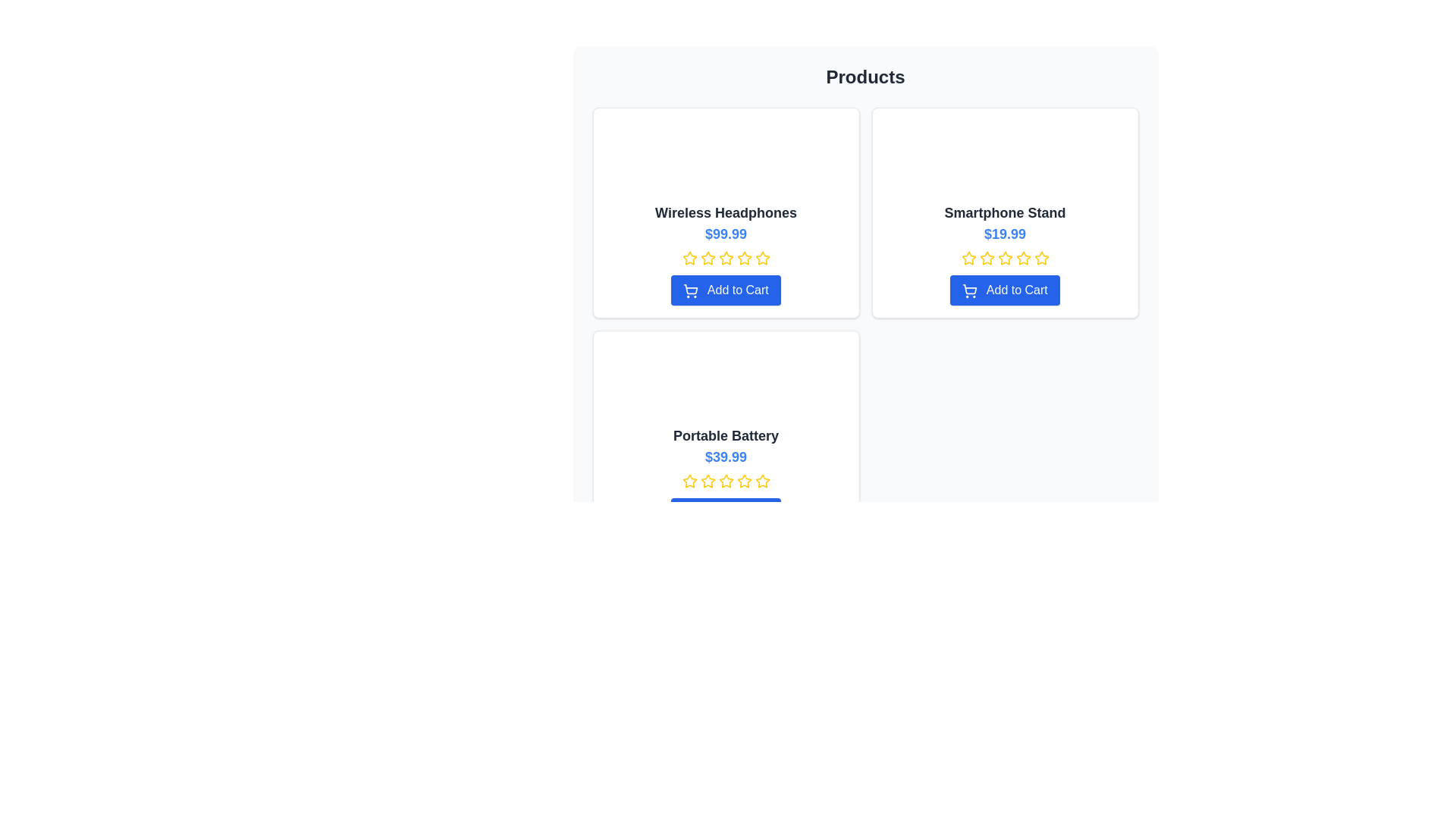 Image resolution: width=1456 pixels, height=819 pixels. What do you see at coordinates (1005, 257) in the screenshot?
I see `the fourth star icon in the rating system beneath the 'Smartphone Stand' product to rate it` at bounding box center [1005, 257].